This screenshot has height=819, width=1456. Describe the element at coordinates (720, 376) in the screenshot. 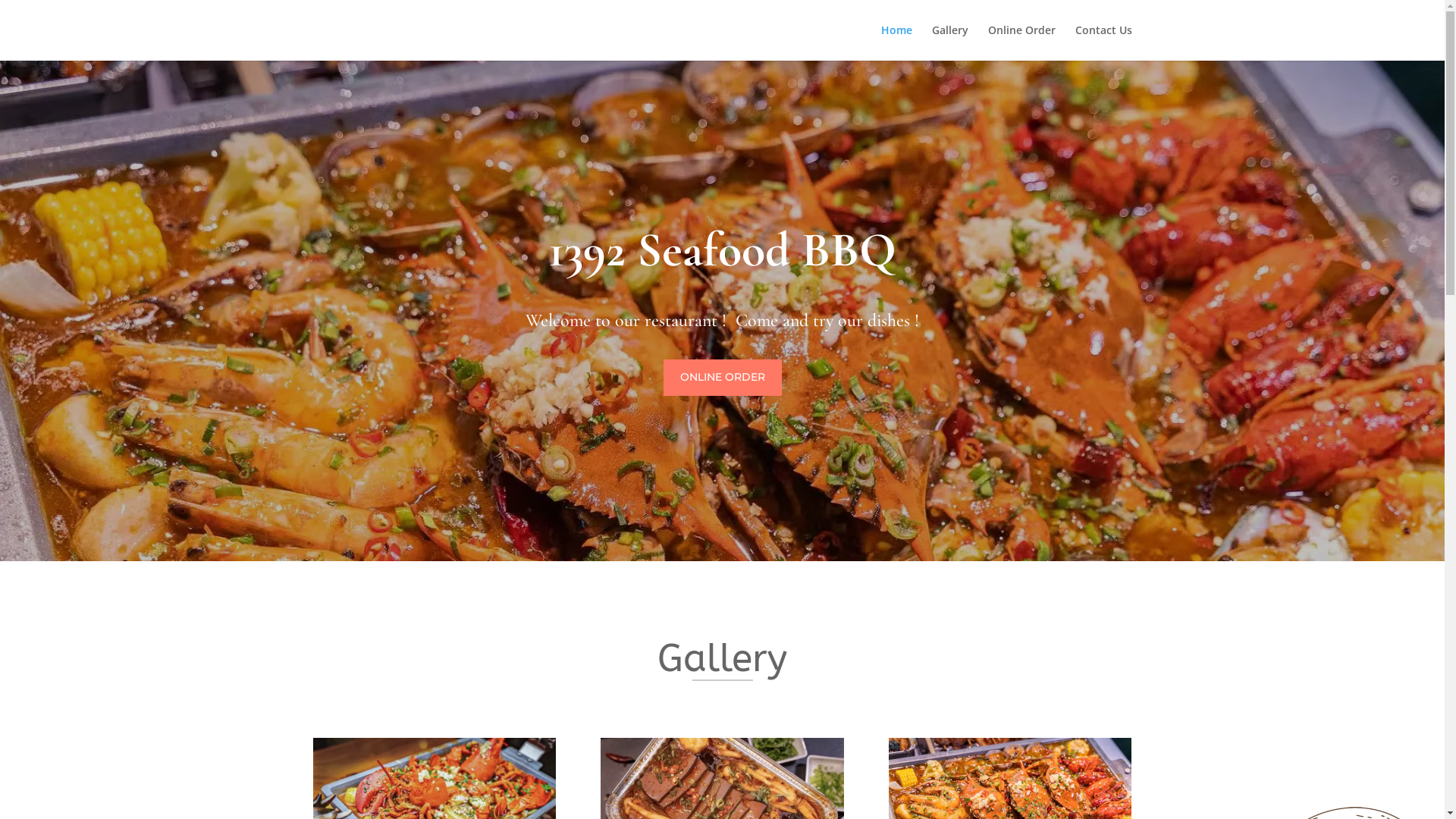

I see `'ONLINE ORDER'` at that location.